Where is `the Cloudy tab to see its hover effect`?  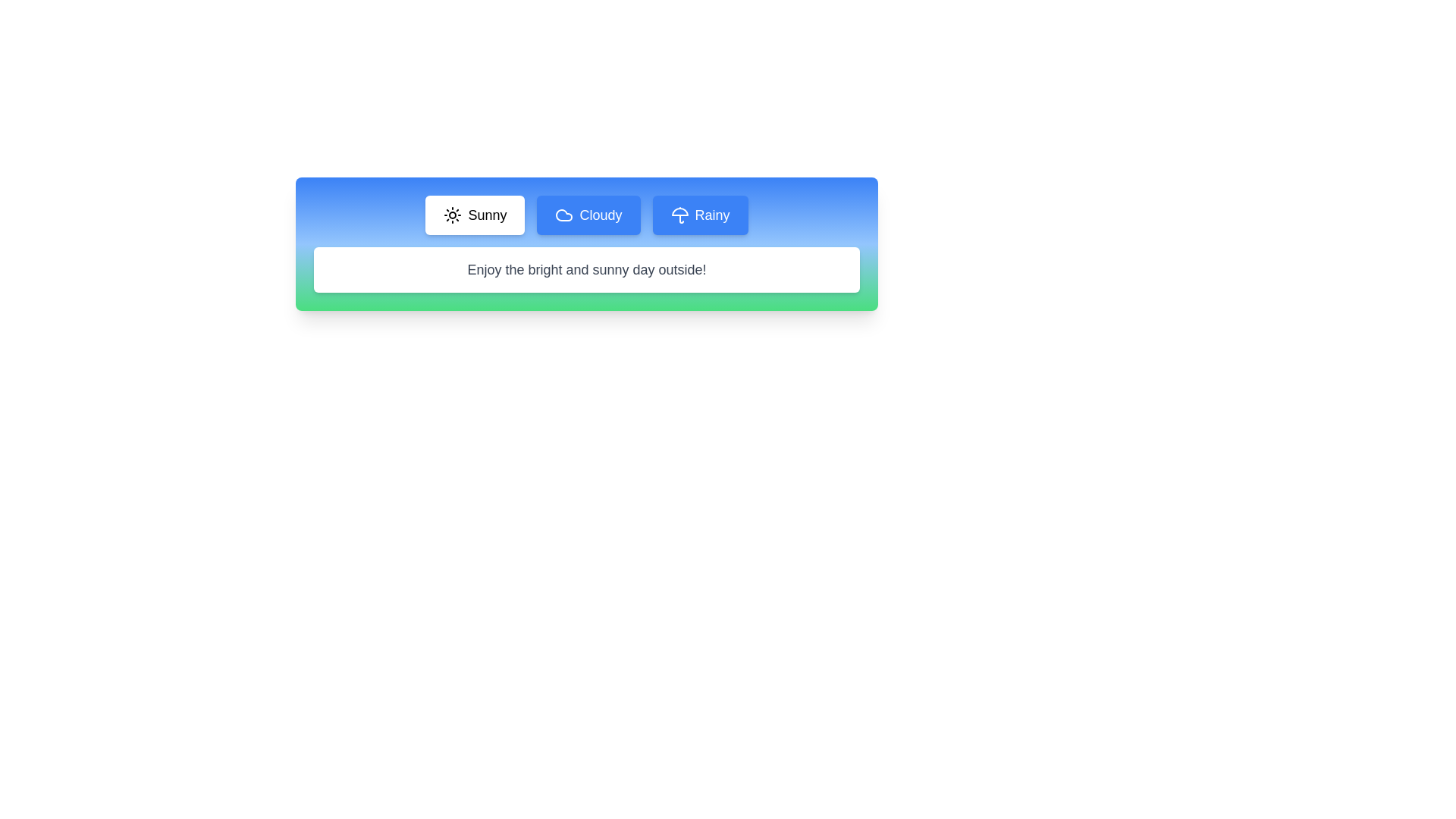 the Cloudy tab to see its hover effect is located at coordinates (588, 215).